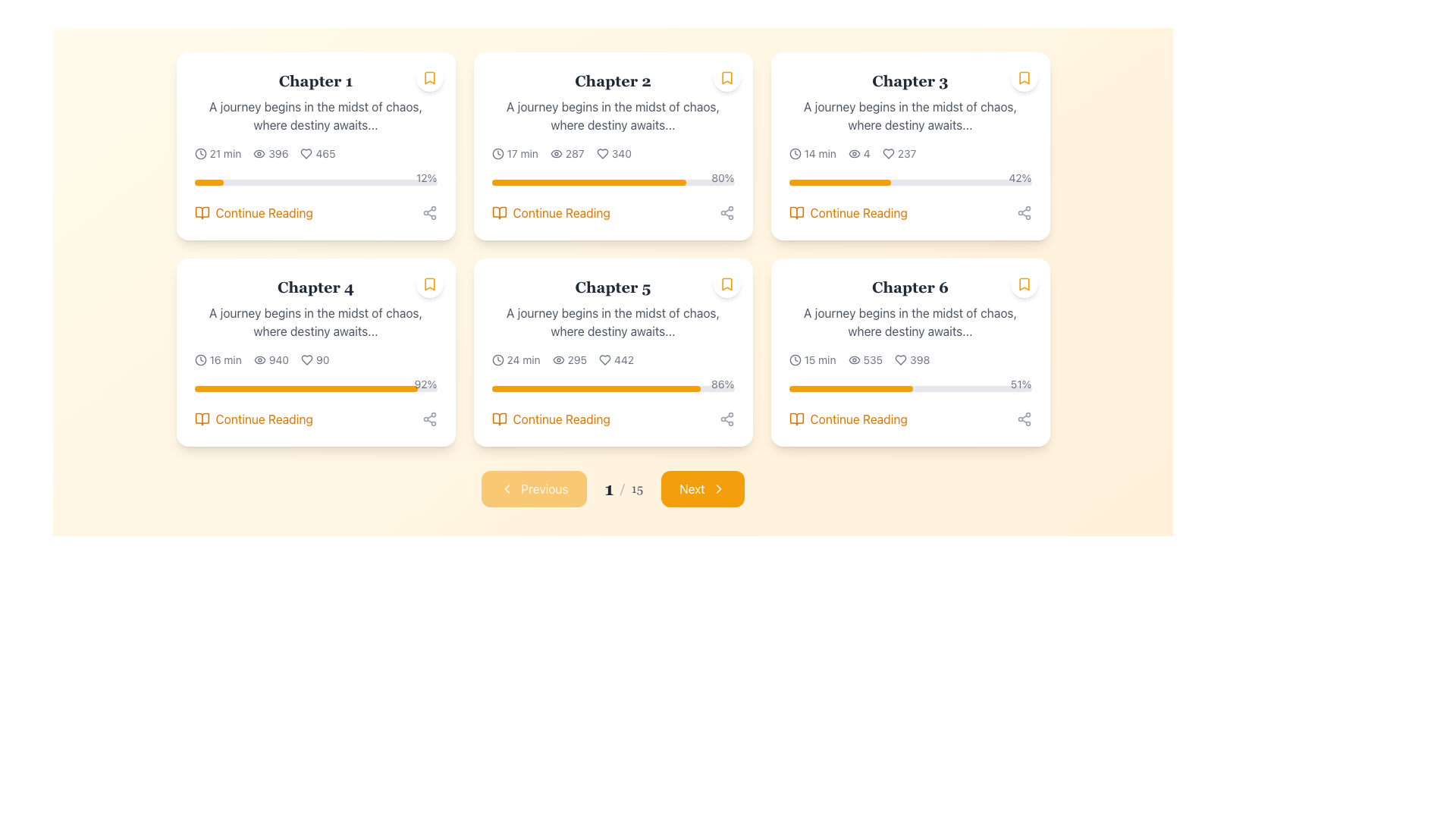 The width and height of the screenshot is (1456, 819). Describe the element at coordinates (899, 154) in the screenshot. I see `the heart icon and text pair indicating the number of likes for 'Chapter 3'` at that location.